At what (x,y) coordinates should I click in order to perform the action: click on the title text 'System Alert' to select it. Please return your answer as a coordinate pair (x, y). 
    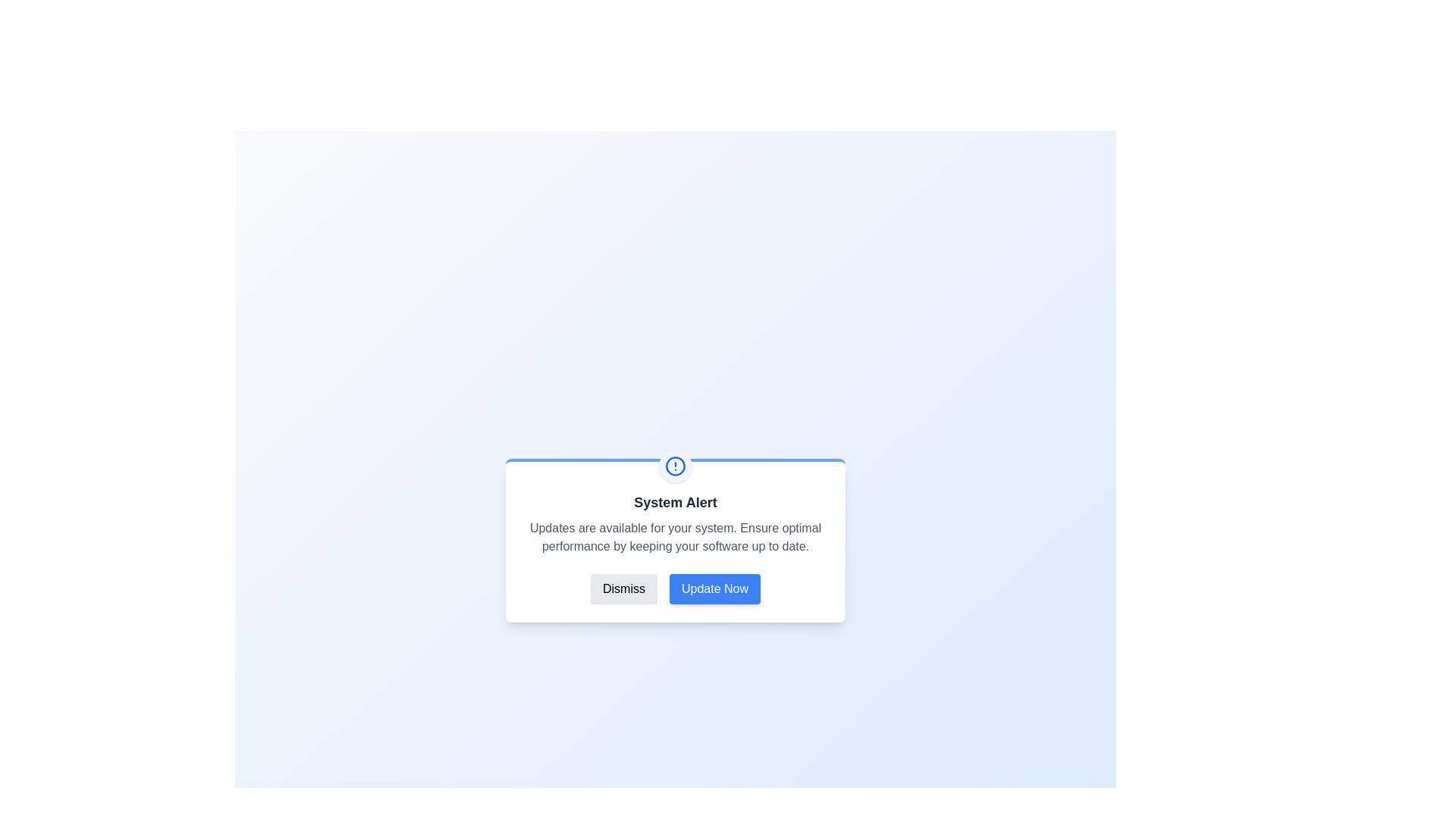
    Looking at the image, I should click on (675, 503).